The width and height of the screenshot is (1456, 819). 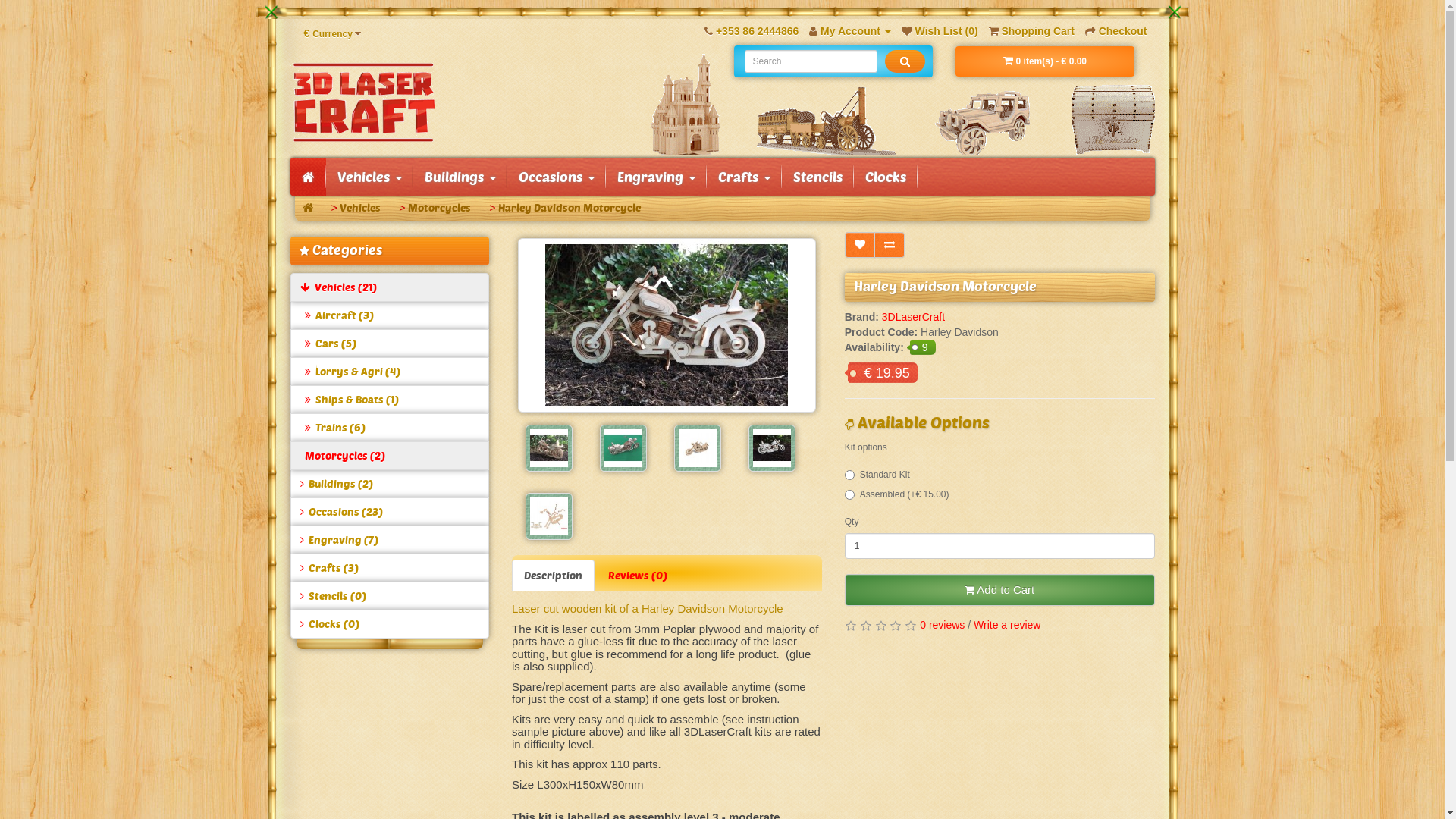 What do you see at coordinates (744, 175) in the screenshot?
I see `'Crafts  '` at bounding box center [744, 175].